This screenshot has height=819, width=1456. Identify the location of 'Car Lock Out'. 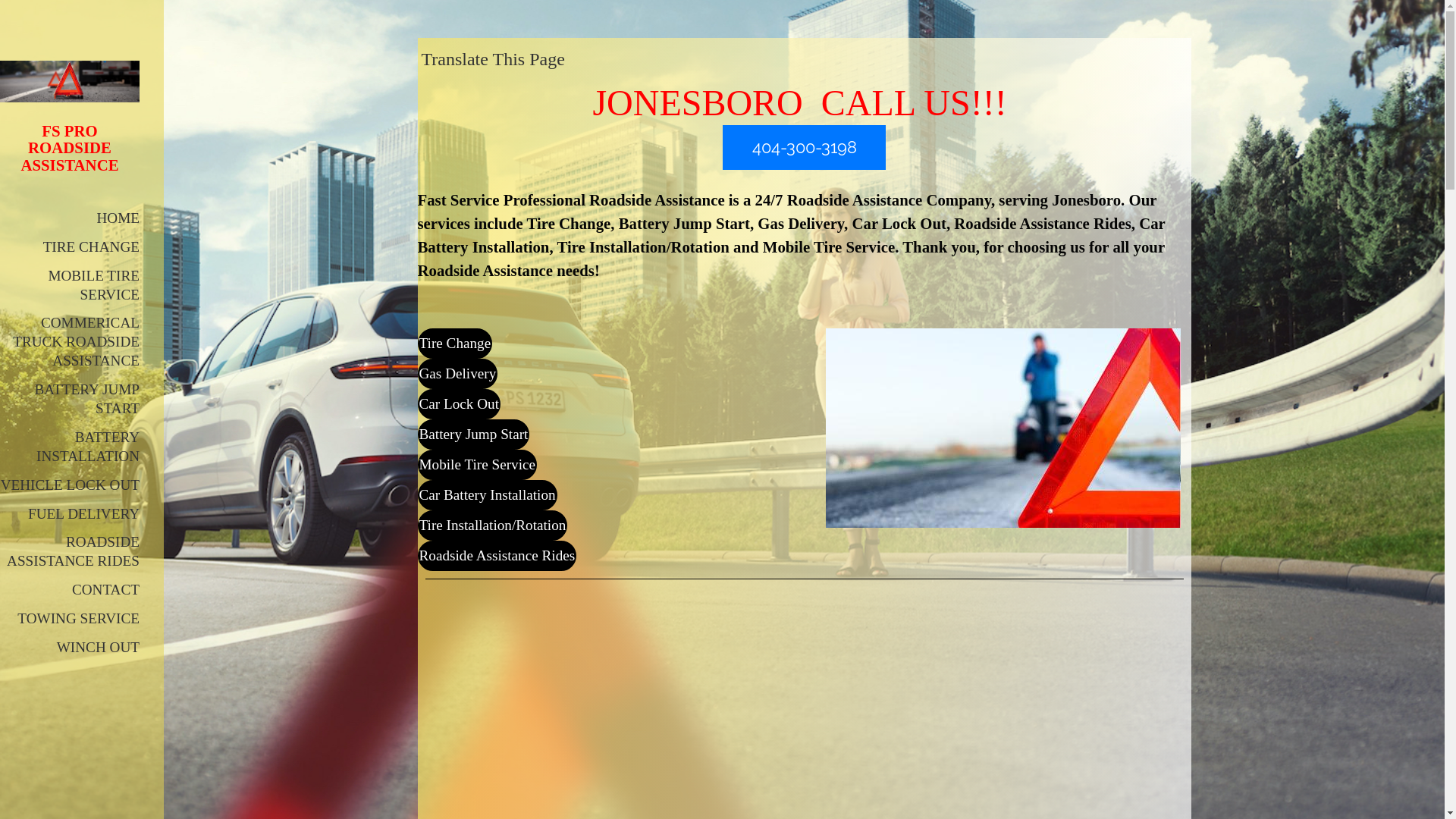
(457, 403).